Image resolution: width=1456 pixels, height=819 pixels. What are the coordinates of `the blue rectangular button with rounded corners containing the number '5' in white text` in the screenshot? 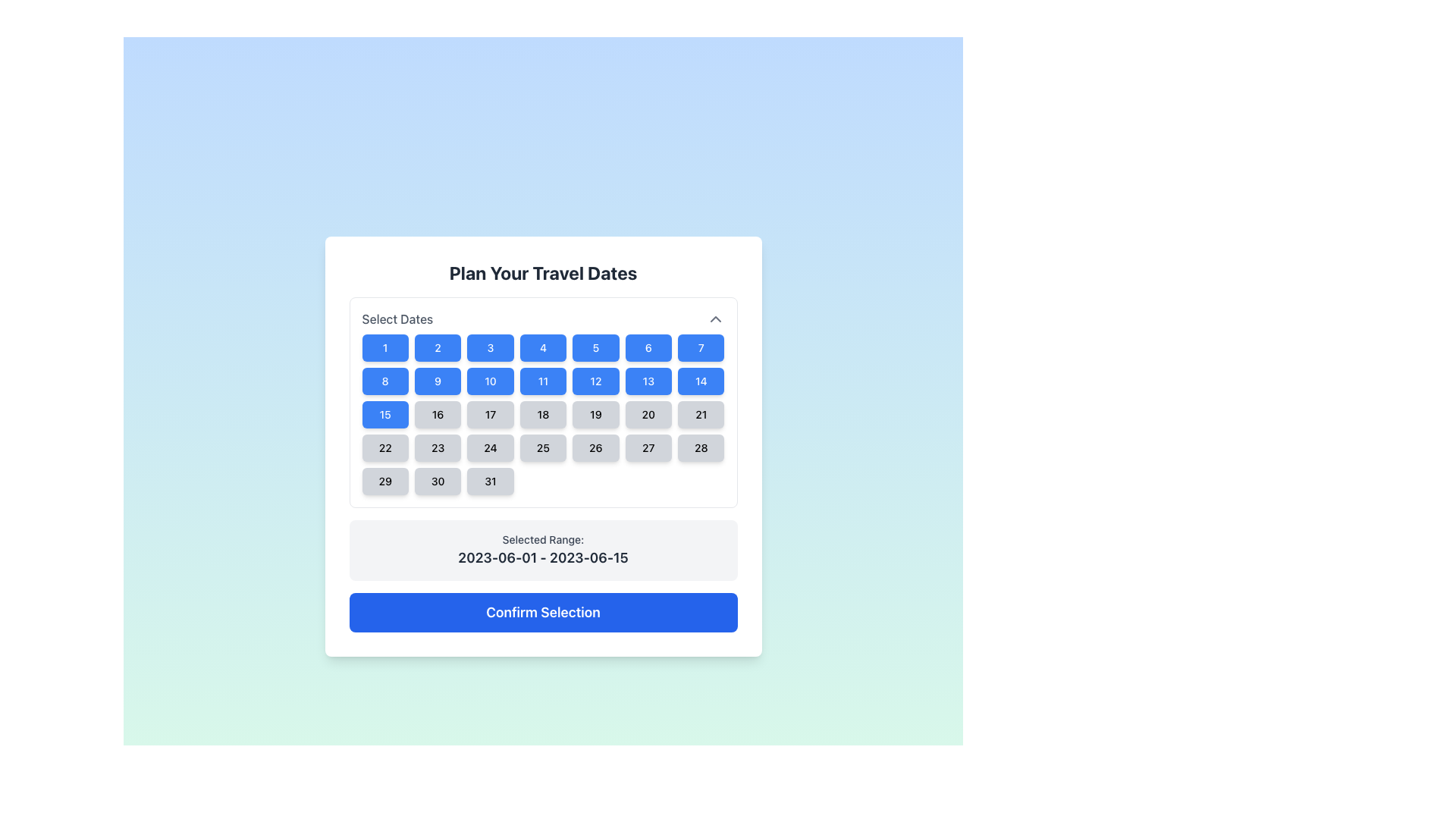 It's located at (595, 348).